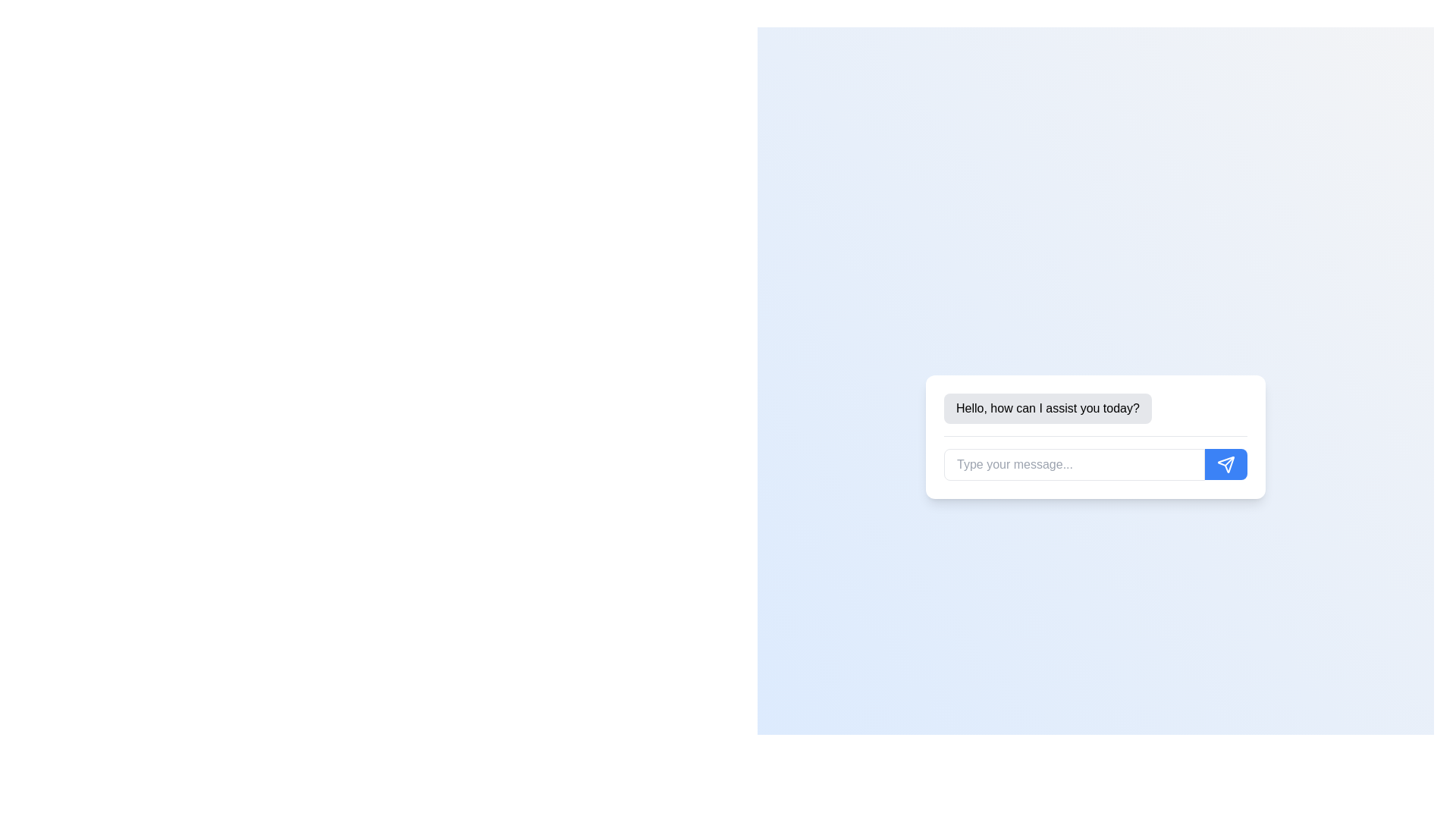 This screenshot has height=819, width=1456. Describe the element at coordinates (1095, 406) in the screenshot. I see `the greeting Text Label located at the top of the chat interface, which engages the user with a conversational query` at that location.